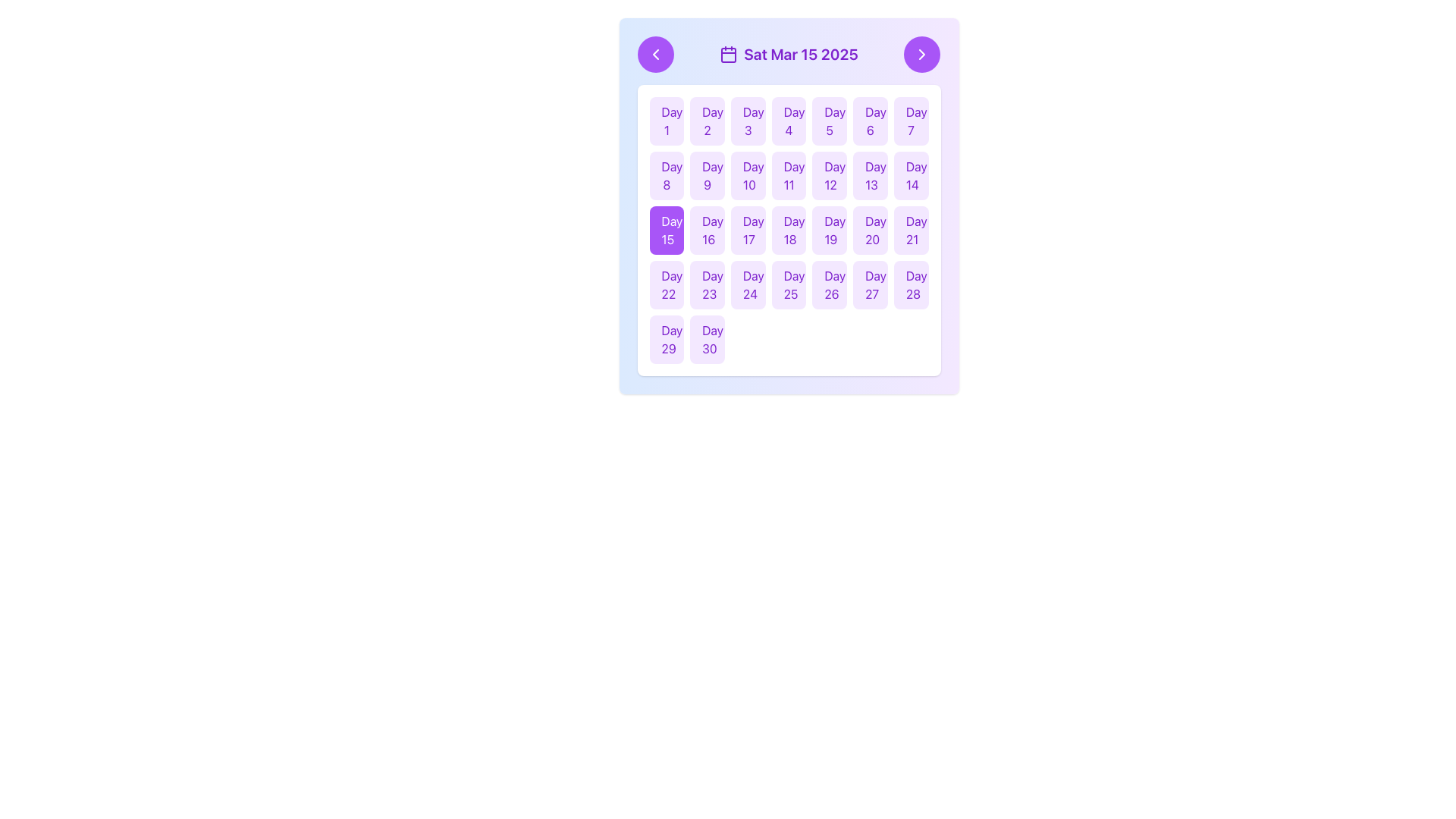  What do you see at coordinates (707, 284) in the screenshot?
I see `the calendar cell representing the 23rd day` at bounding box center [707, 284].